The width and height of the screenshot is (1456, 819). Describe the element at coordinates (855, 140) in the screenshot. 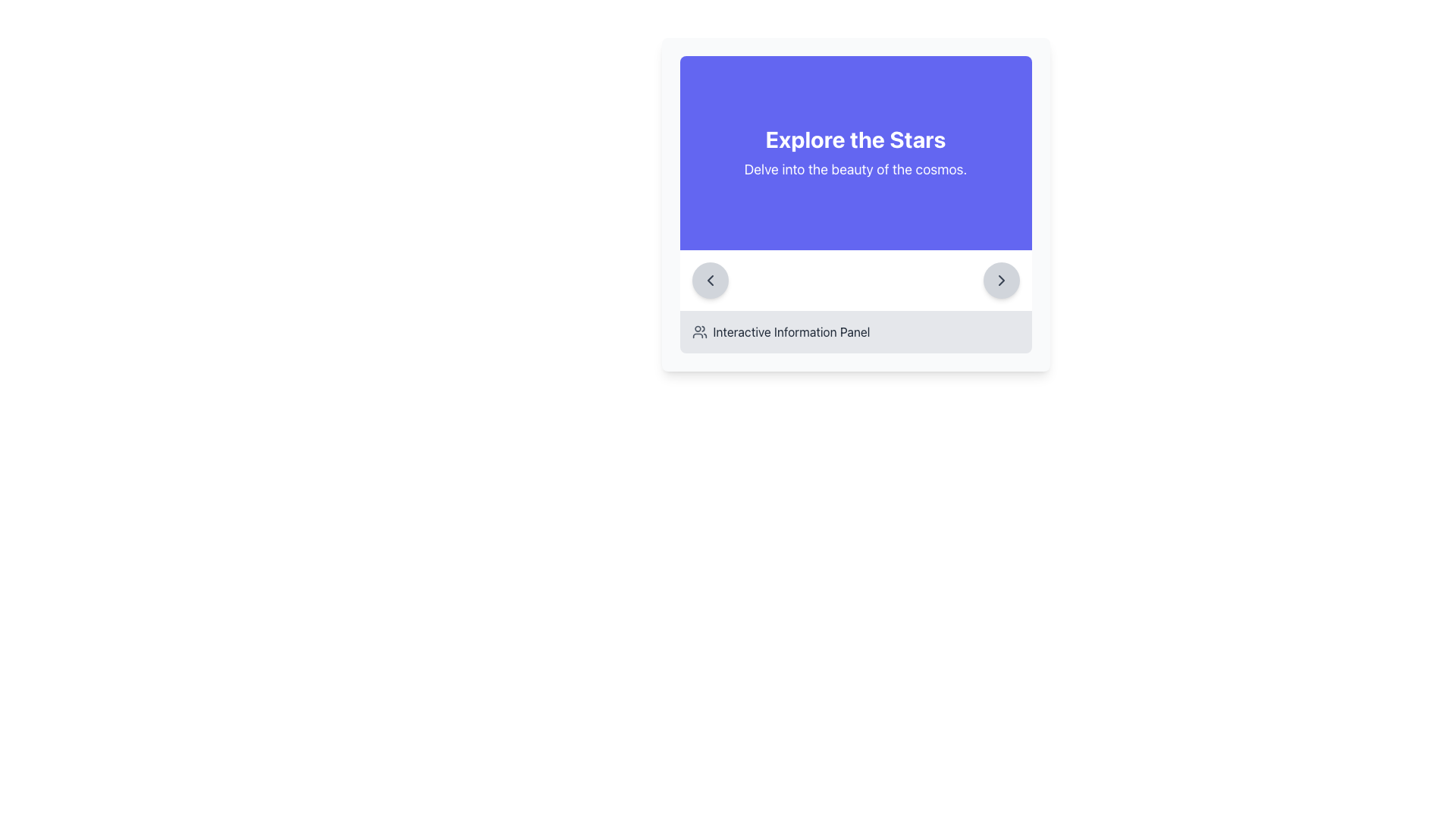

I see `the non-interactive Text Label that serves as a title or headline, positioned at the top of a purple rectangular block, above the subtitle 'Delve into the beauty of the cosmos.'` at that location.